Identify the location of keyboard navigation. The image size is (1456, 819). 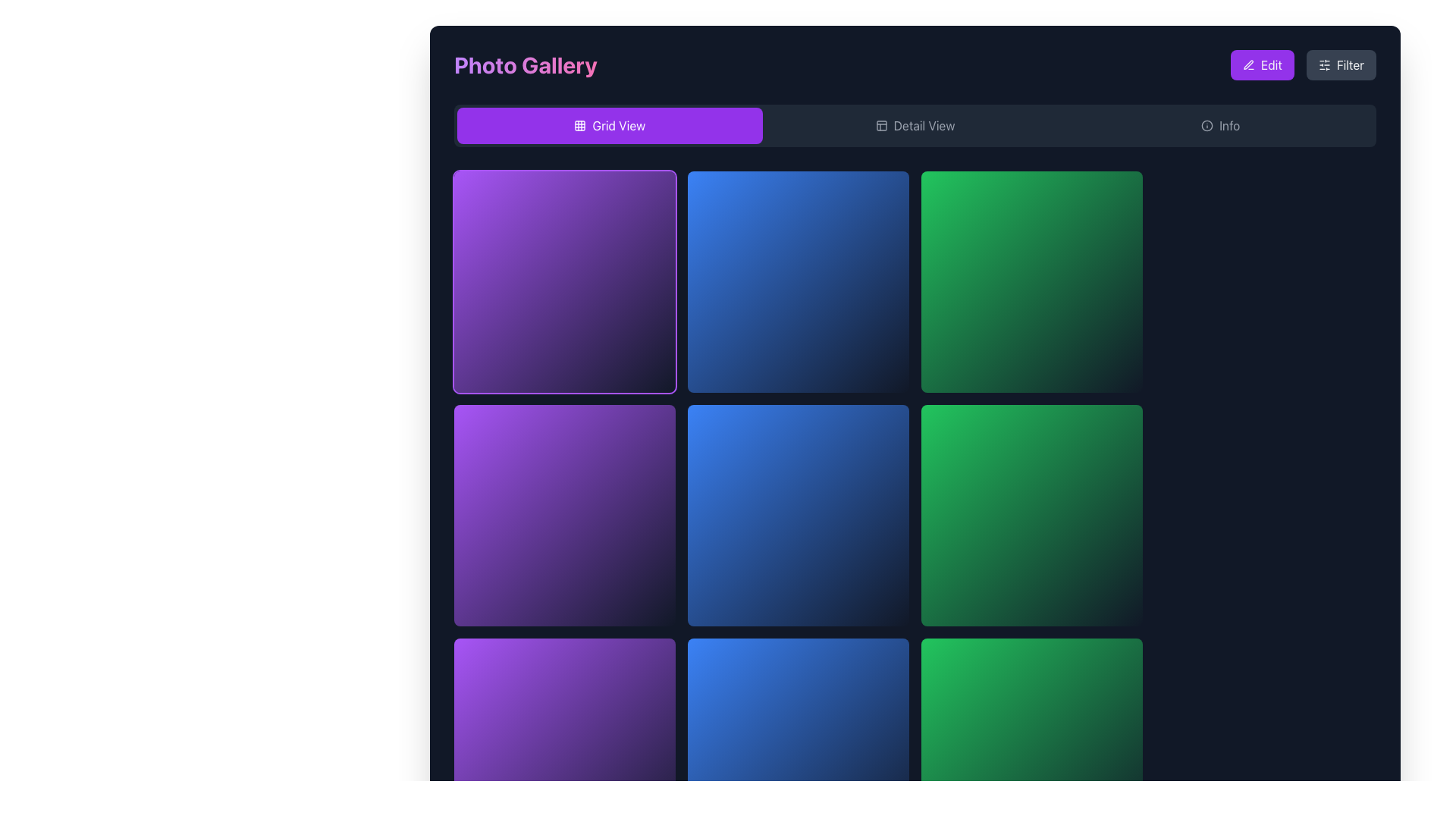
(915, 124).